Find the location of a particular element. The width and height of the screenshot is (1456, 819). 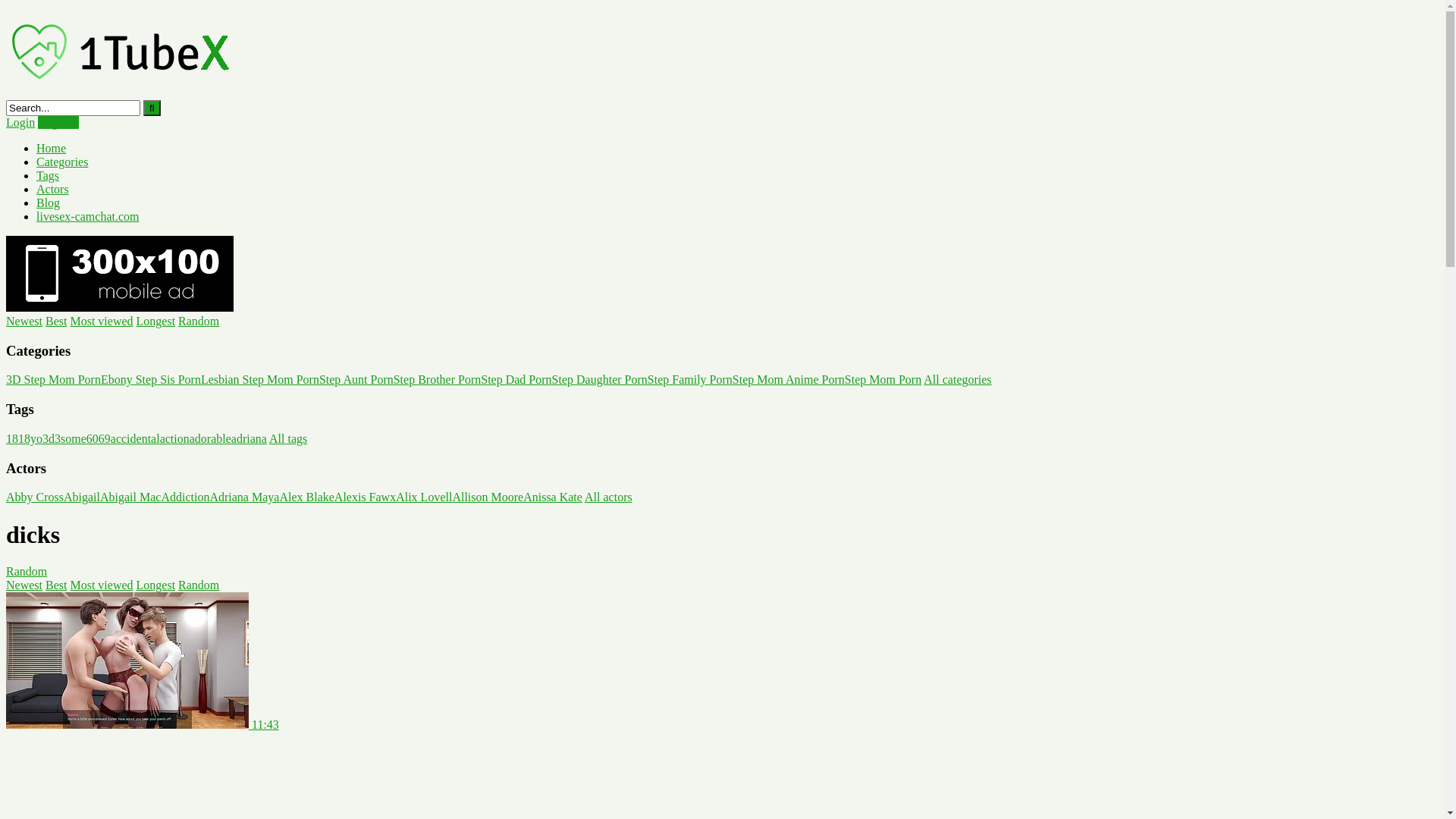

'Addiction' is located at coordinates (184, 497).